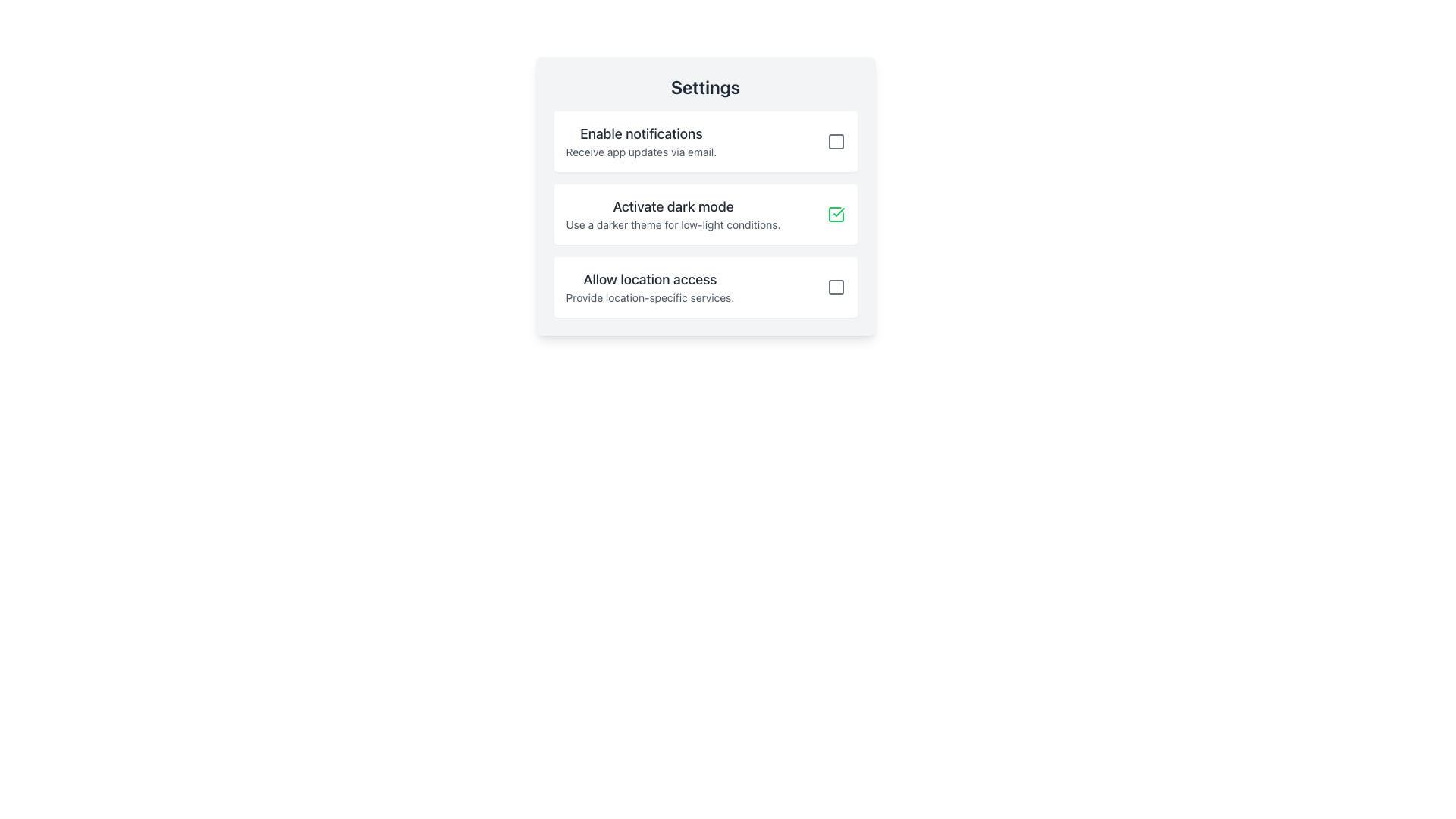  Describe the element at coordinates (641, 152) in the screenshot. I see `the static text label that describes the functionality of the 'Enable notifications' feature, located beneath the main option in the uppermost section of the vertical list layout` at that location.